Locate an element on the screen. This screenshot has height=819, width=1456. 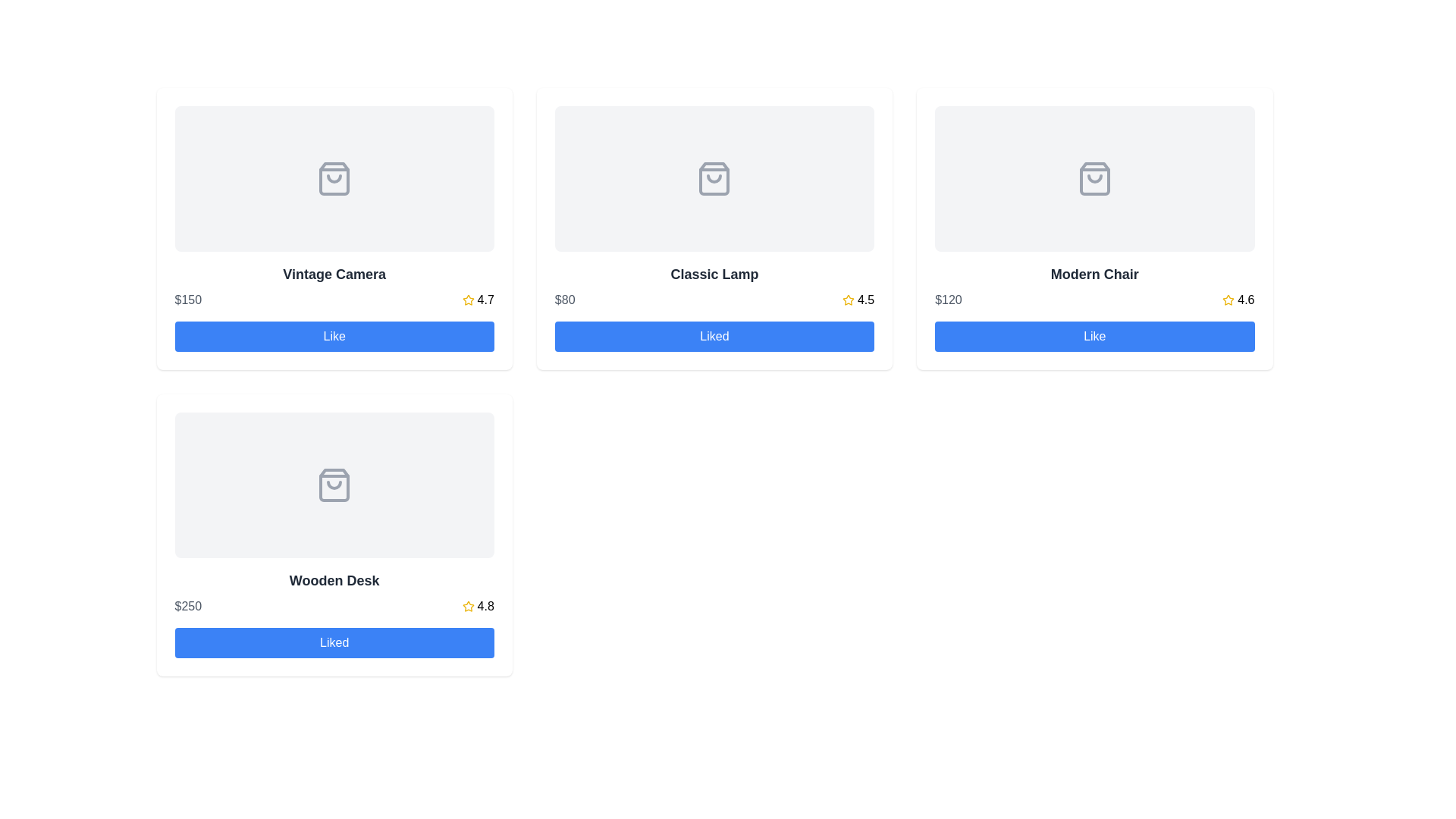
text label that displays 'Wooden Desk', which is styled in bold and positioned at the bottom section of a card layout in the grid interface is located at coordinates (334, 580).